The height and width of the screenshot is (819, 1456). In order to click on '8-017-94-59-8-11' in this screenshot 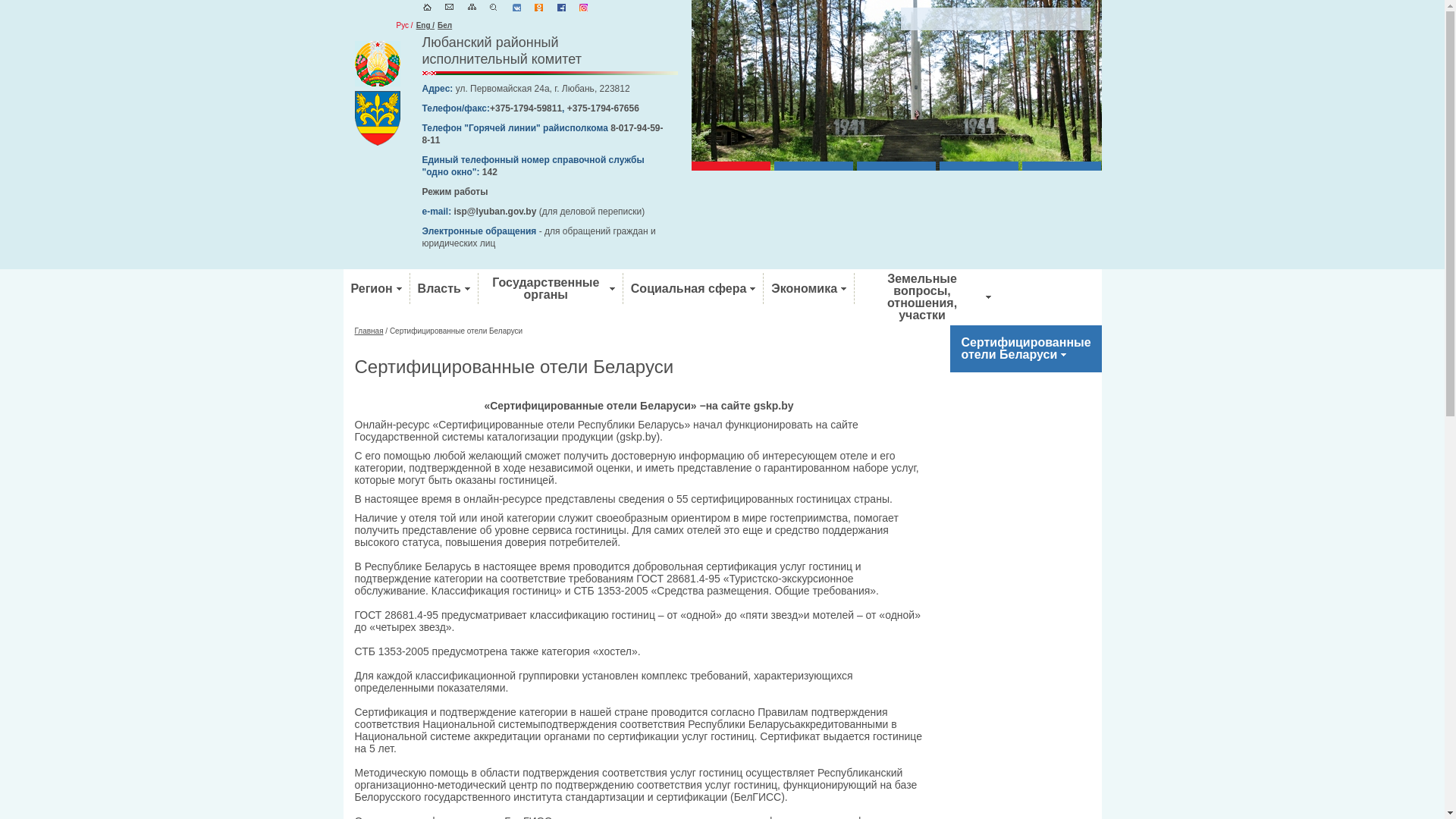, I will do `click(542, 133)`.